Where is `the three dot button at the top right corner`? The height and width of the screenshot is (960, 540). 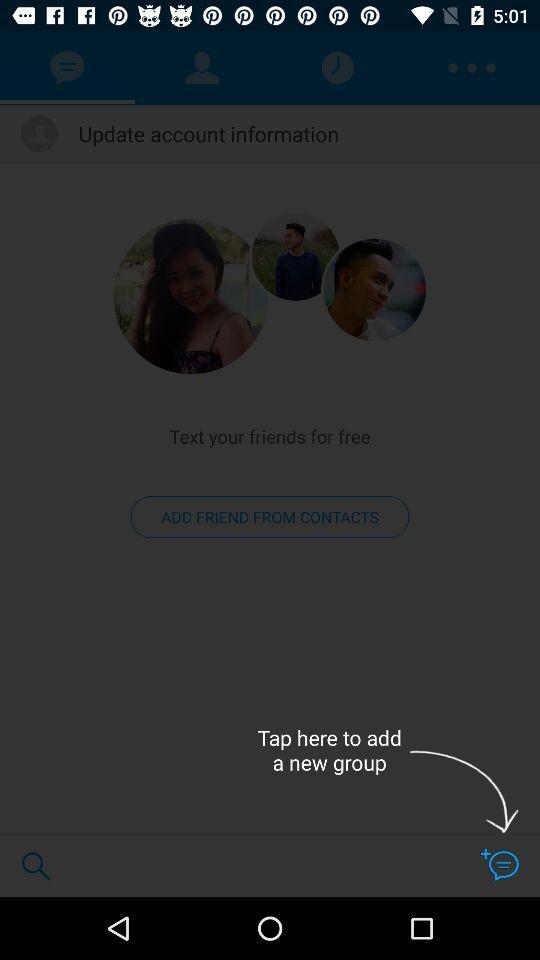
the three dot button at the top right corner is located at coordinates (472, 68).